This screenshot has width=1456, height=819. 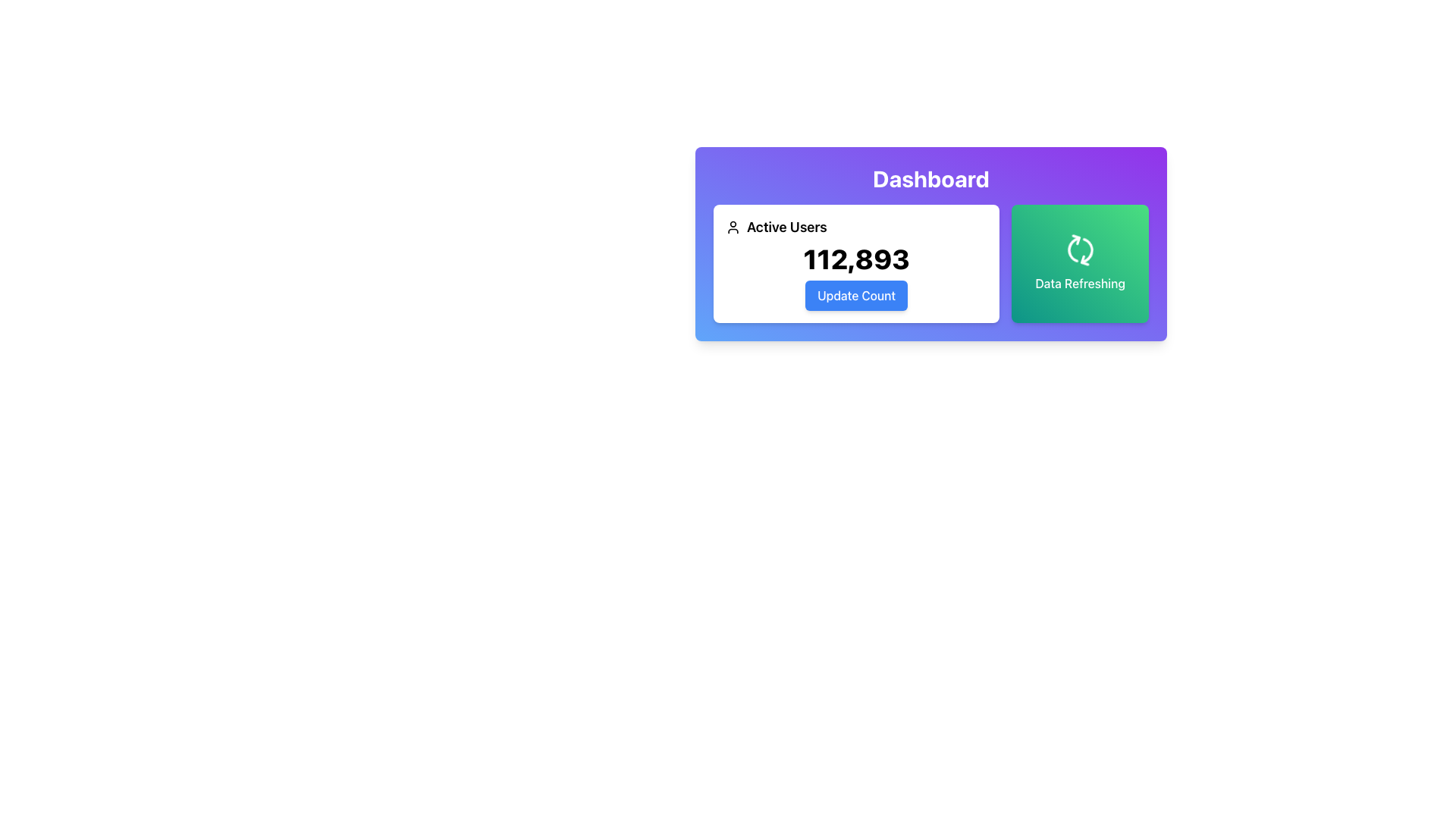 I want to click on the curved arrow icon located in the right green section labeled 'Data Refreshing', which indicates refresh operations, so click(x=1078, y=243).